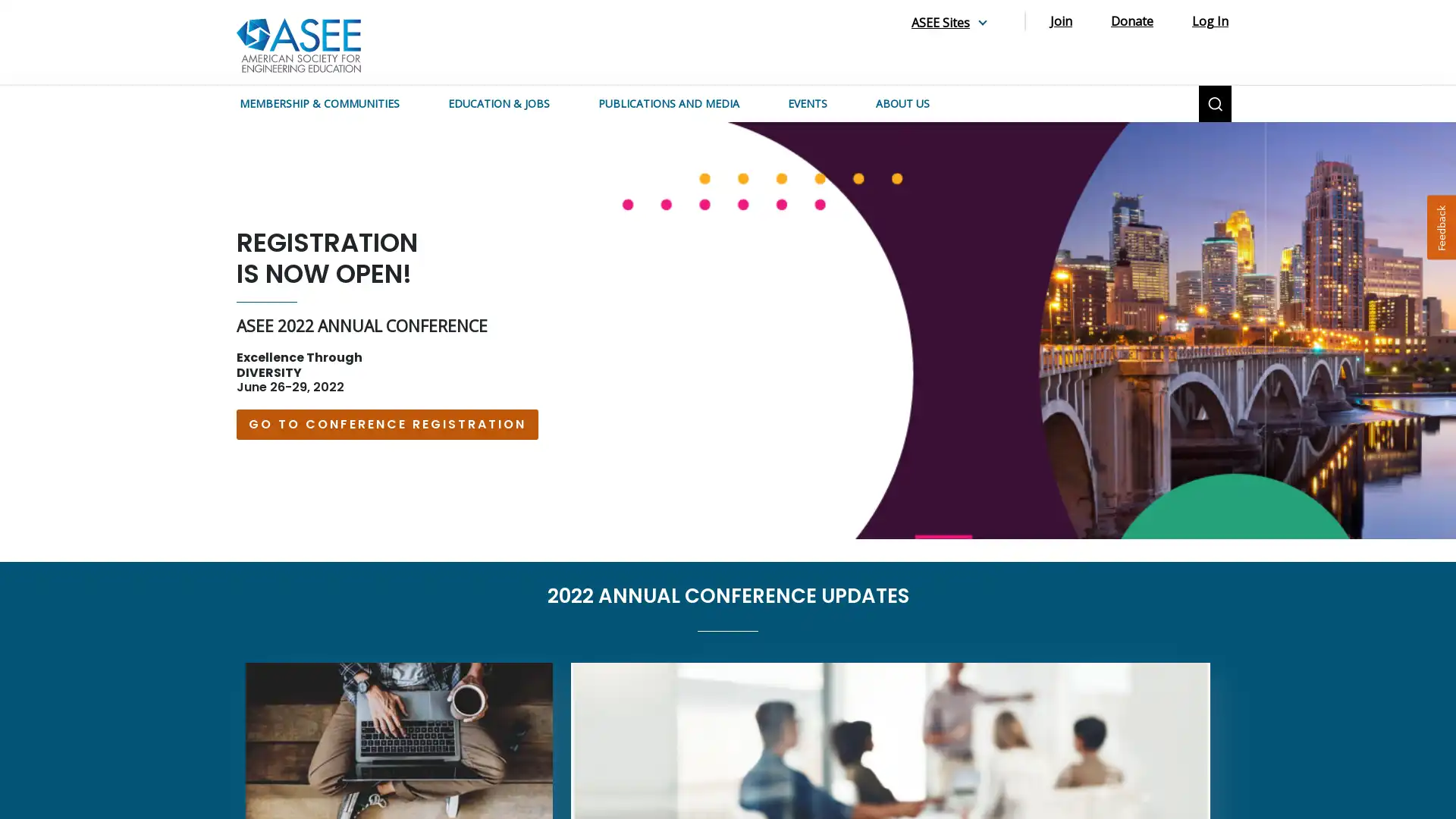 The width and height of the screenshot is (1456, 819). I want to click on EVENTS, so click(818, 103).